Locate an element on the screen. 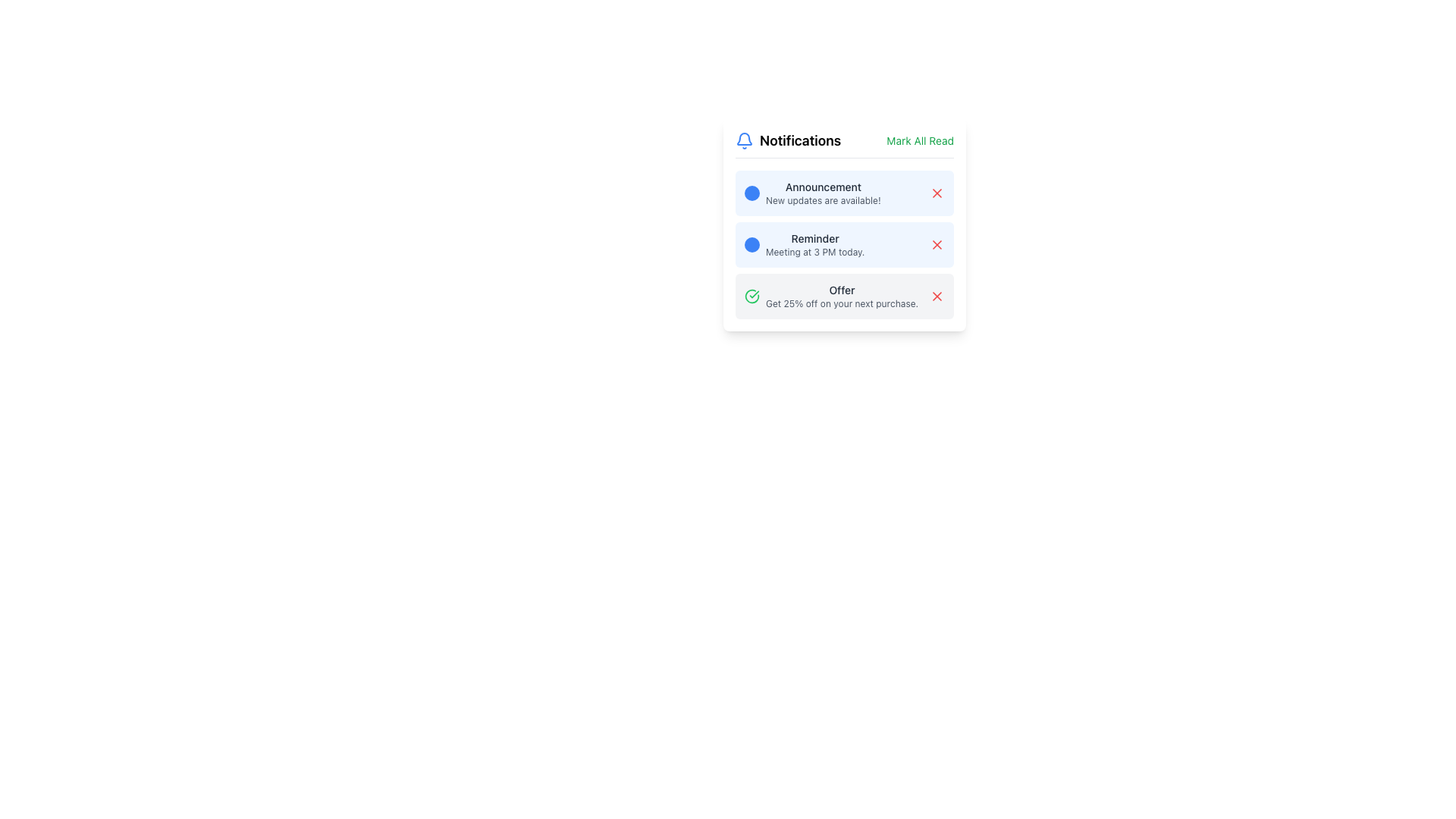 The width and height of the screenshot is (1456, 819). the text label displaying 'Offer' in dark gray, positioned at the top-left corner of the notification area within the notification card is located at coordinates (841, 290).